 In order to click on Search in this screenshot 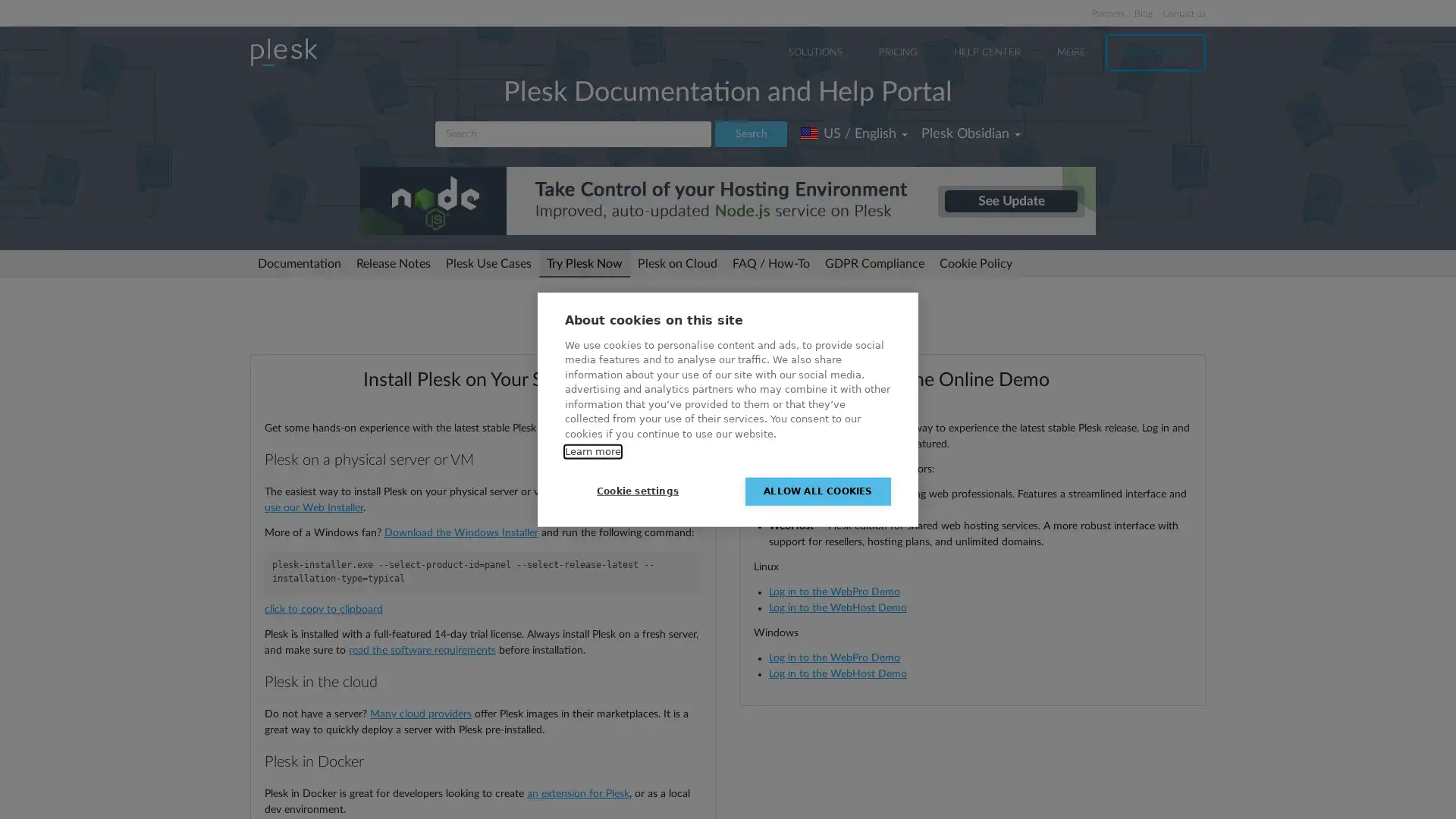, I will do `click(751, 133)`.